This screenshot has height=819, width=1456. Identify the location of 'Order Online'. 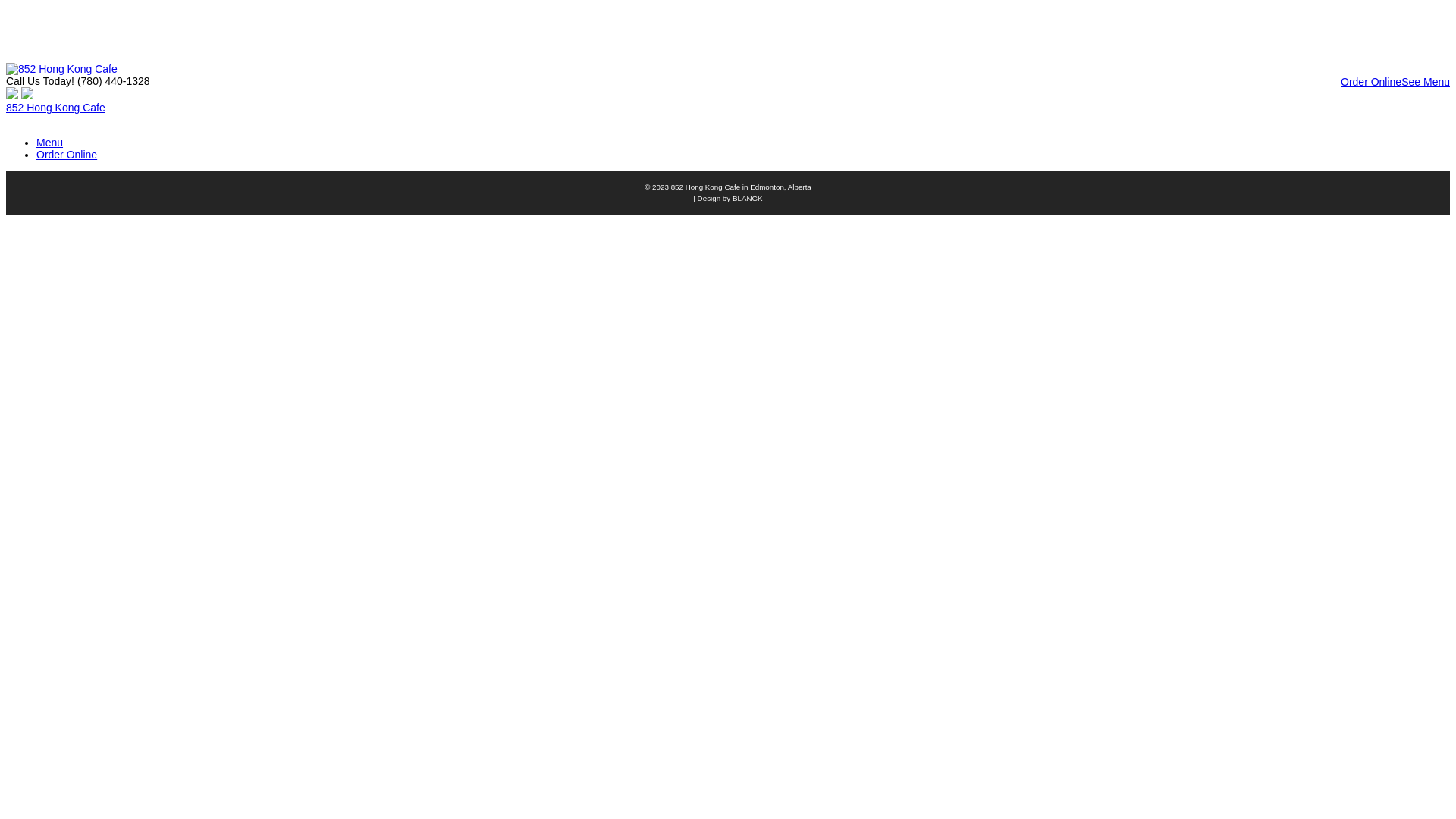
(65, 155).